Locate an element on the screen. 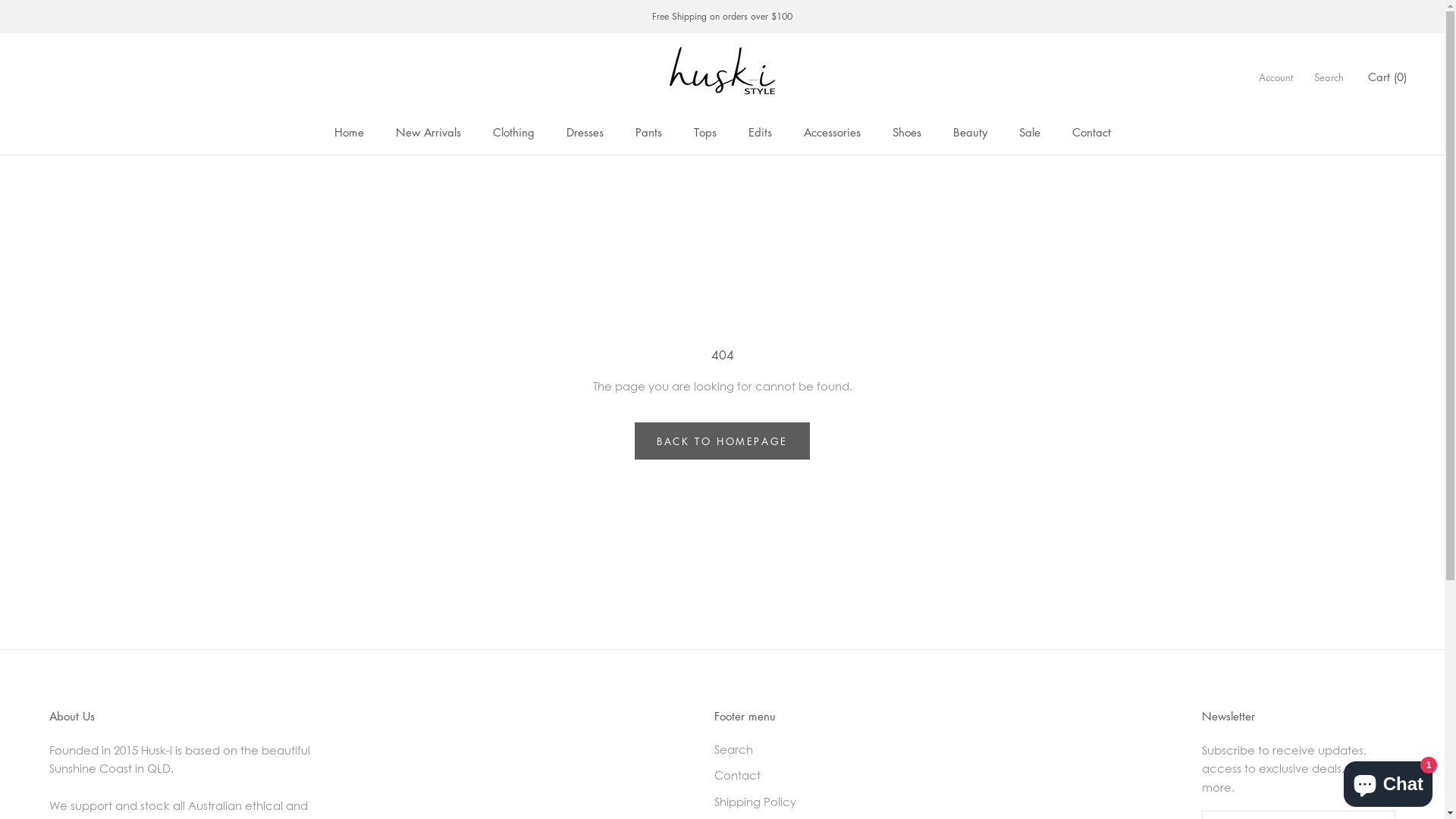 This screenshot has height=819, width=1456. 'Pants is located at coordinates (648, 130).